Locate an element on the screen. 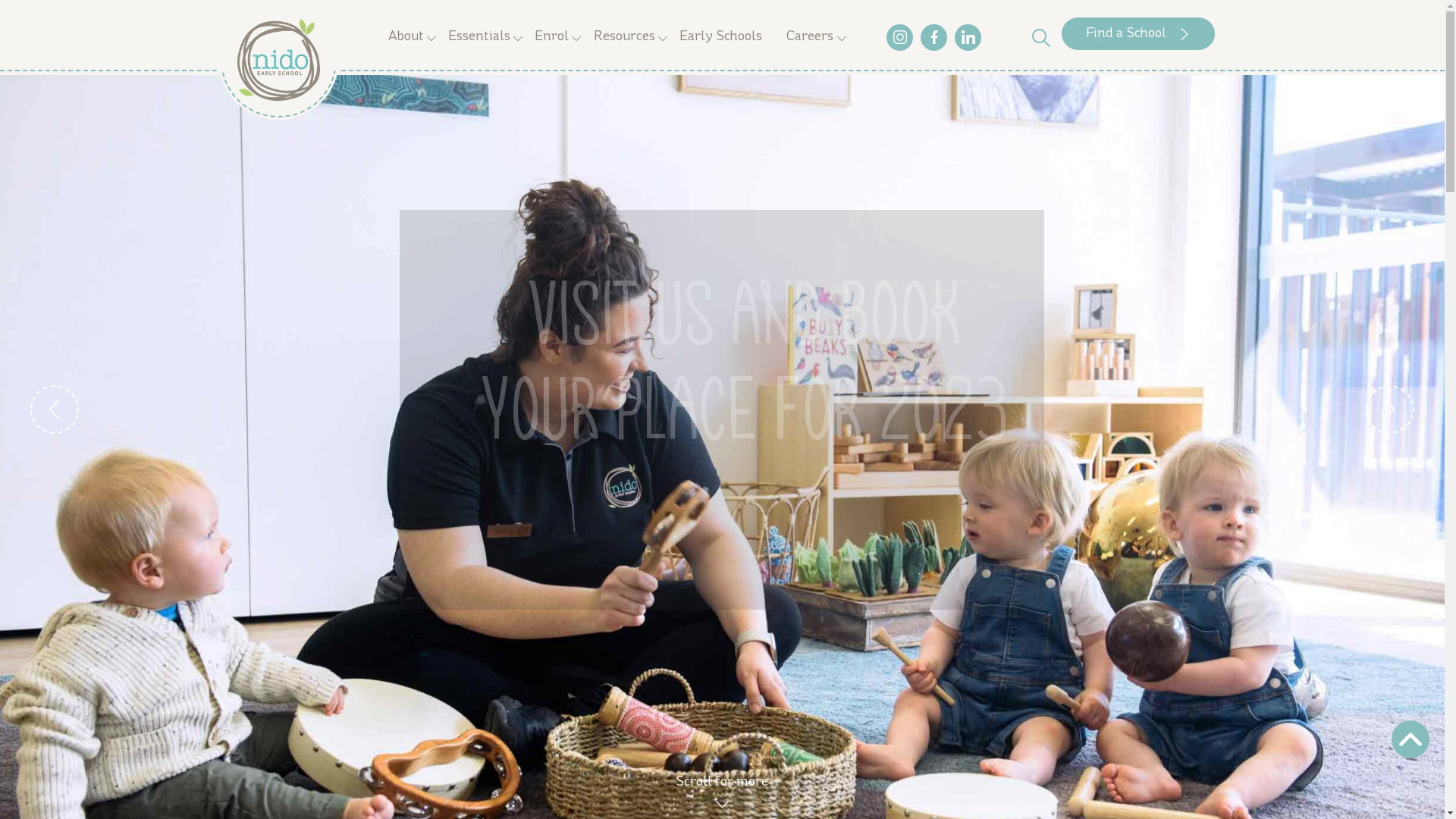  'Find a School' is located at coordinates (720, 548).